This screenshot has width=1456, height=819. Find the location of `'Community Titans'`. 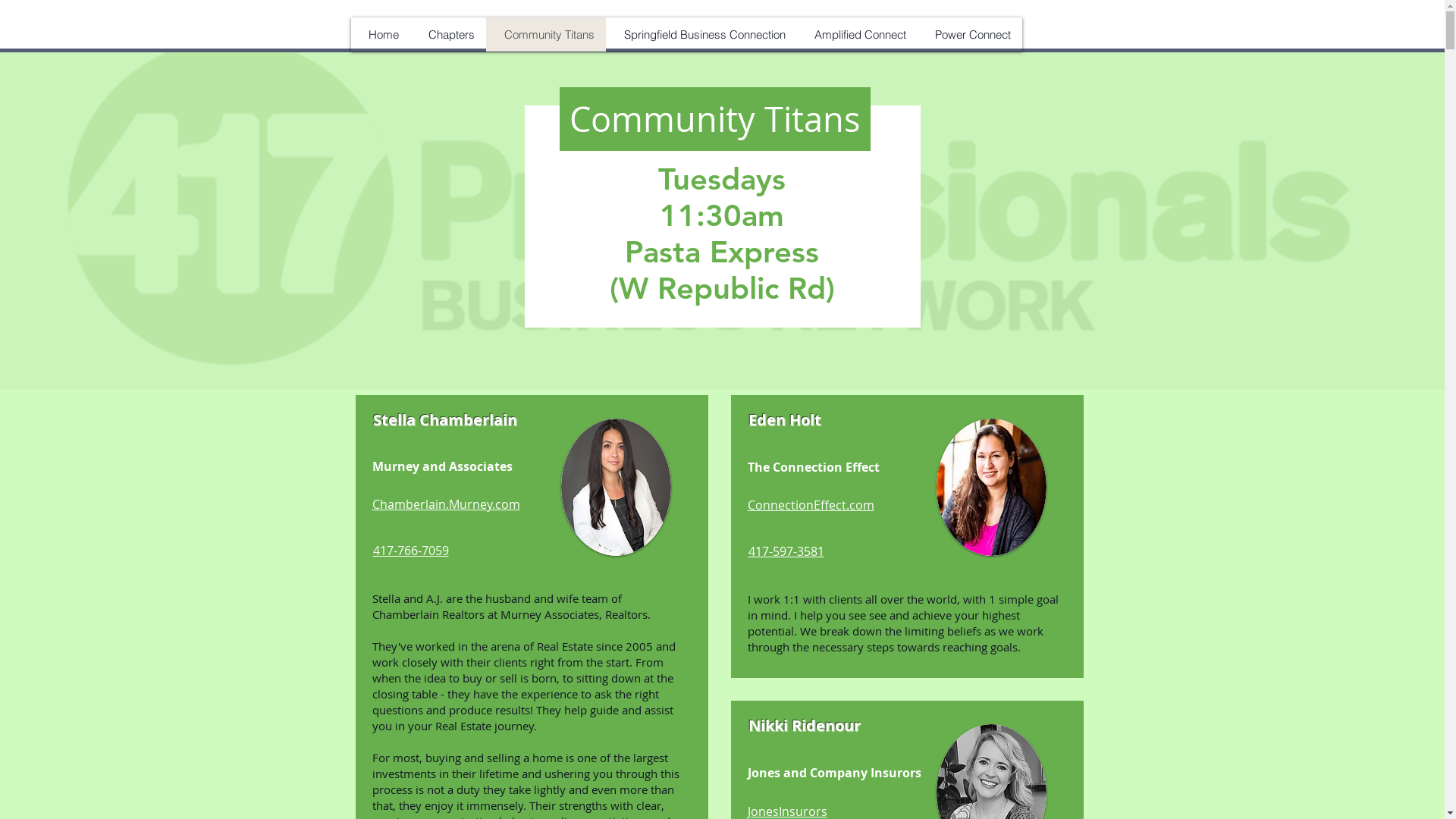

'Community Titans' is located at coordinates (545, 34).